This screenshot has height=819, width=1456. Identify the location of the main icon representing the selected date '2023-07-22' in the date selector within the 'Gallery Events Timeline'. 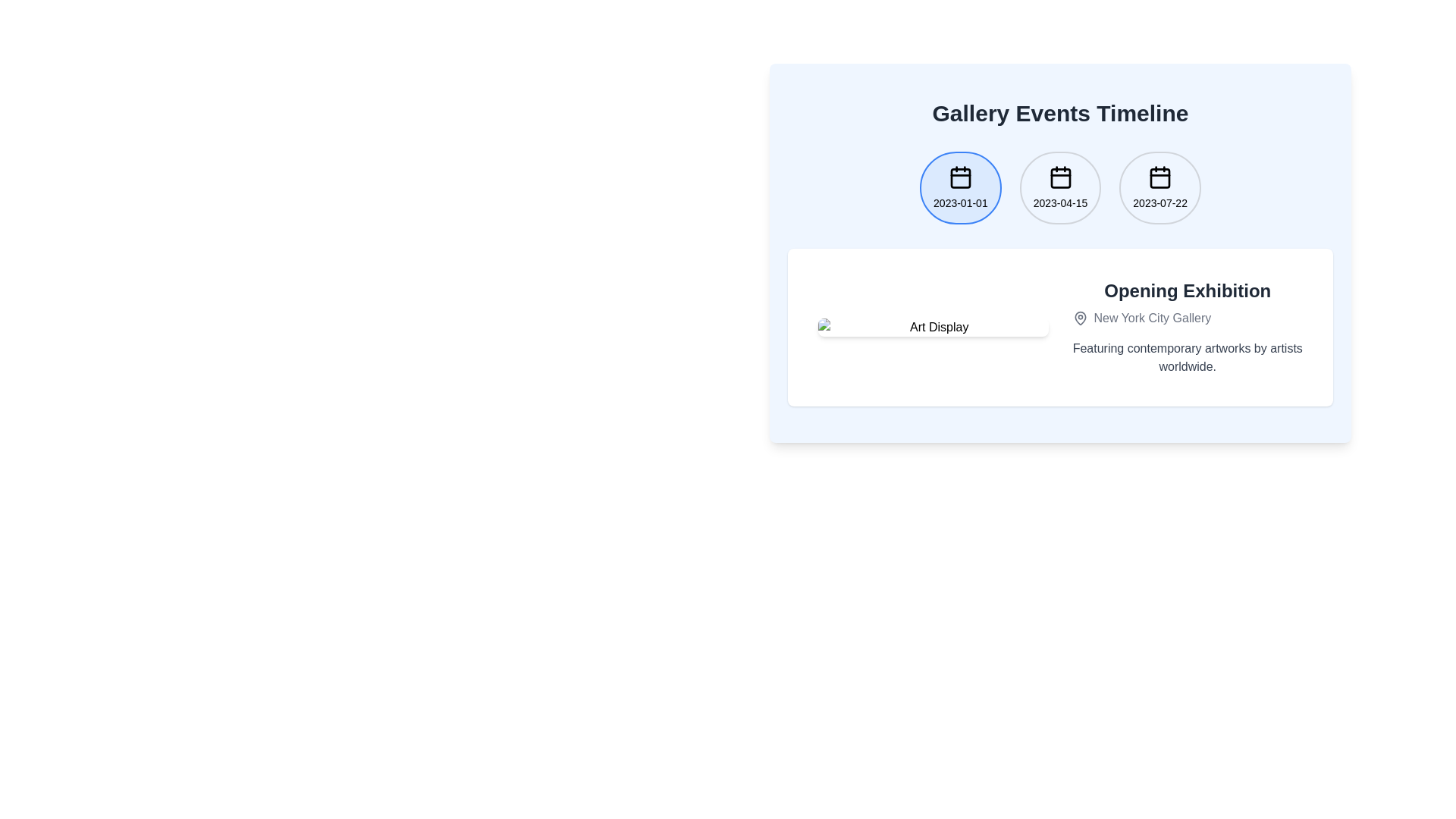
(1159, 177).